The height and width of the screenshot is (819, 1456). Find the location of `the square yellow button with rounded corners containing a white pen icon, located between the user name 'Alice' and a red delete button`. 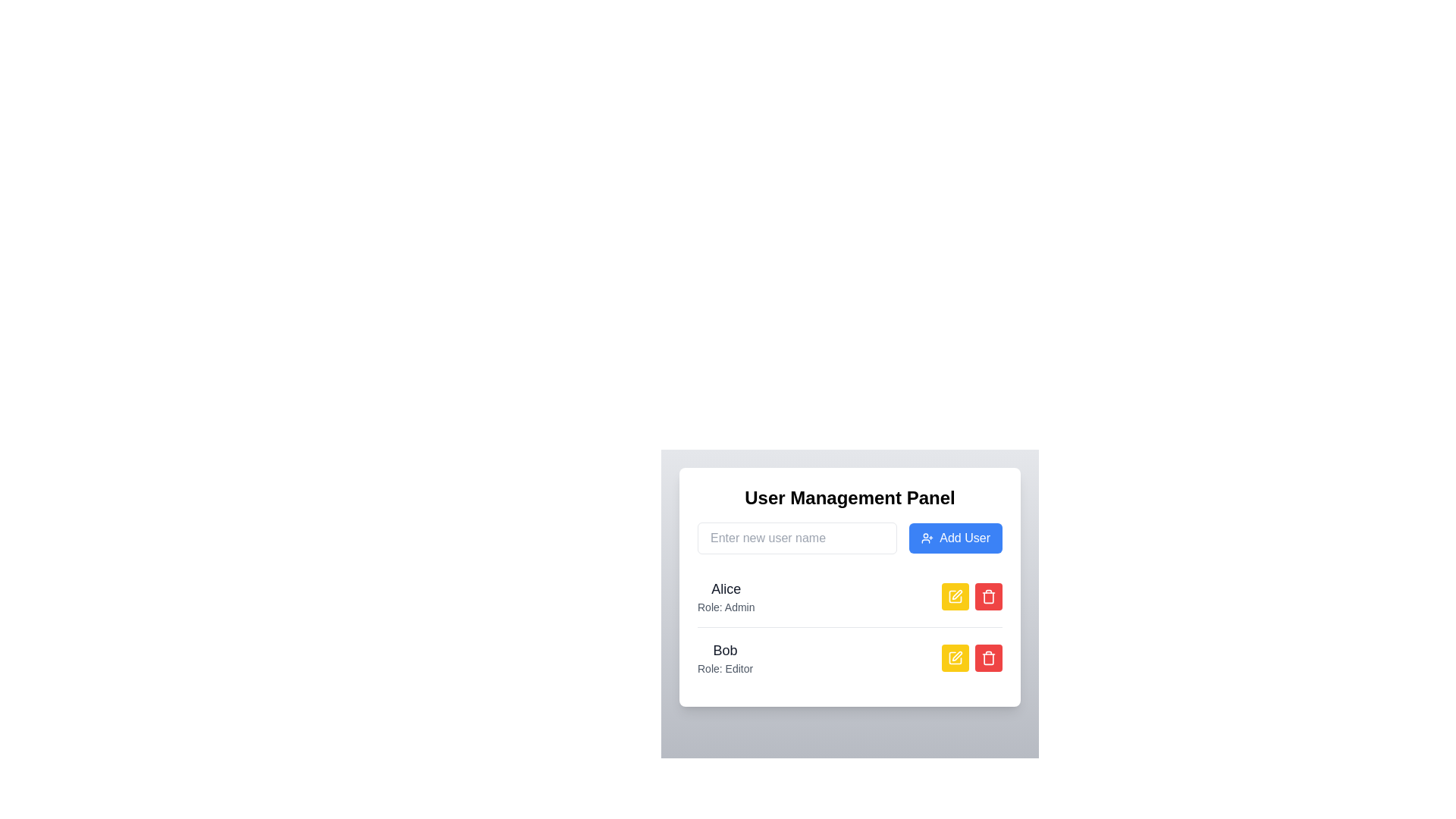

the square yellow button with rounded corners containing a white pen icon, located between the user name 'Alice' and a red delete button is located at coordinates (954, 595).